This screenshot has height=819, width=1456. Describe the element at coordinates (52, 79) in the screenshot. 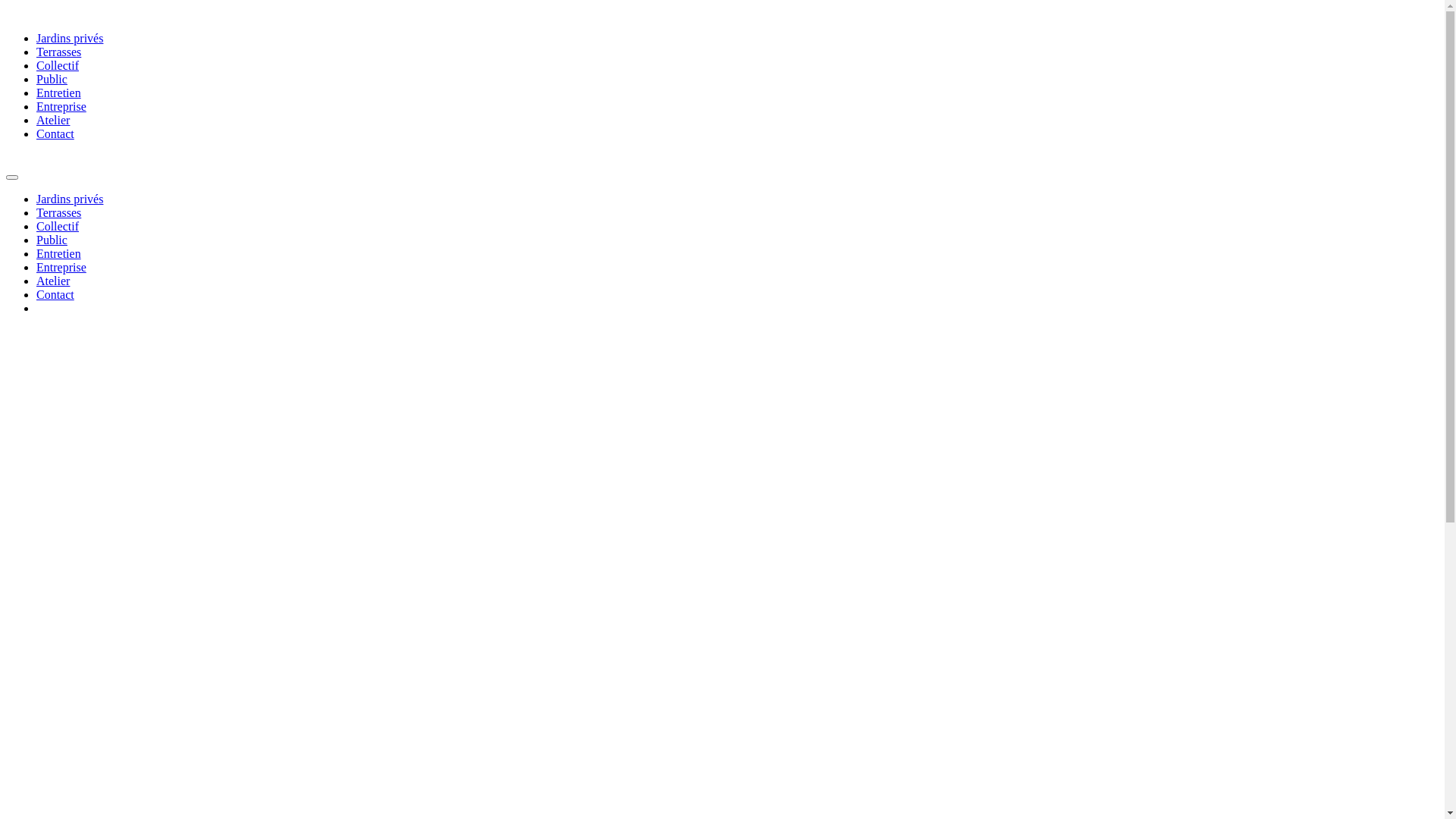

I see `'Public'` at that location.